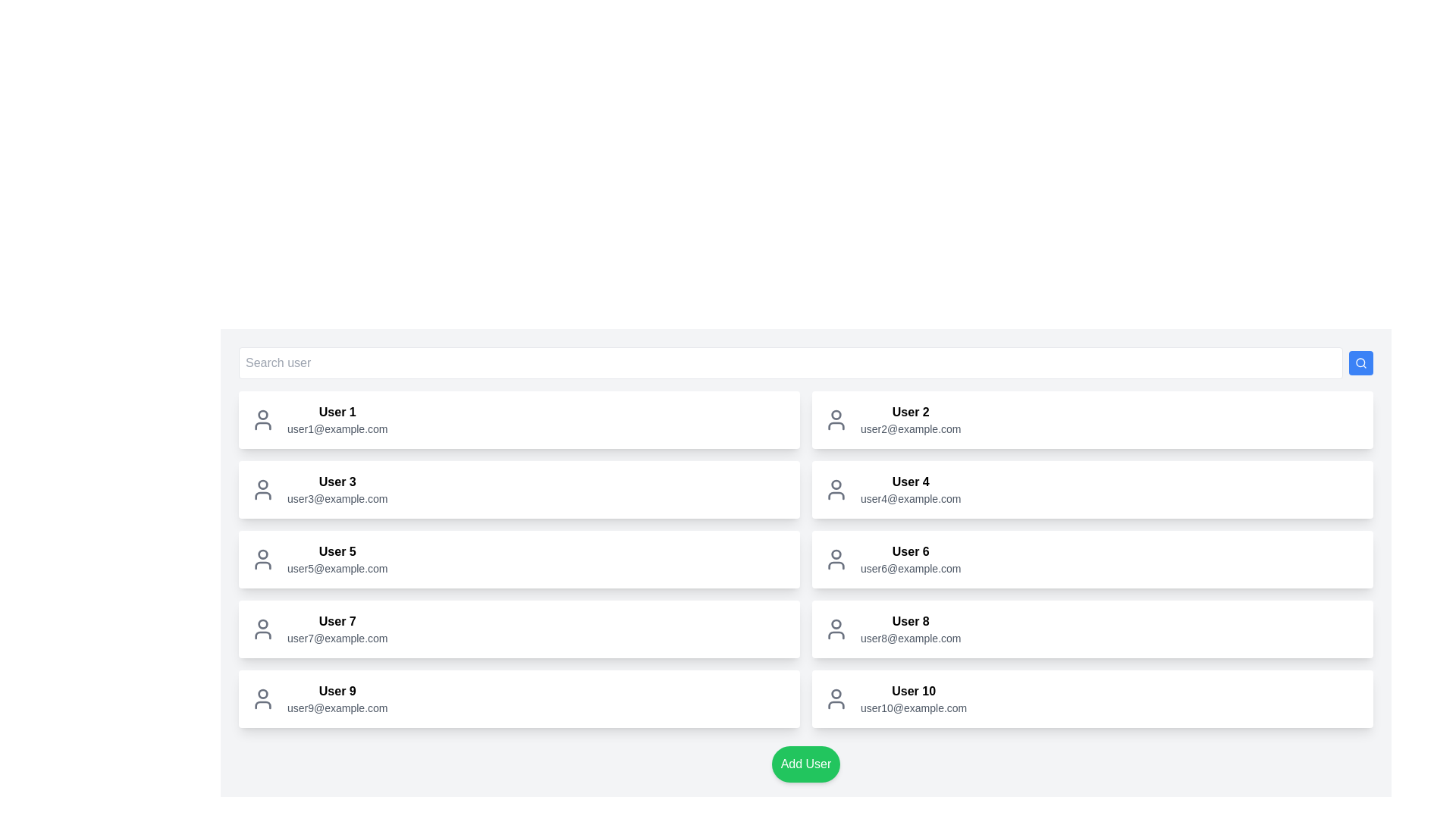 This screenshot has height=819, width=1456. I want to click on the Text Display element that contains the user's name and email address, located in the right column of the user list, below 'User 1' and above 'User 4', so click(910, 420).